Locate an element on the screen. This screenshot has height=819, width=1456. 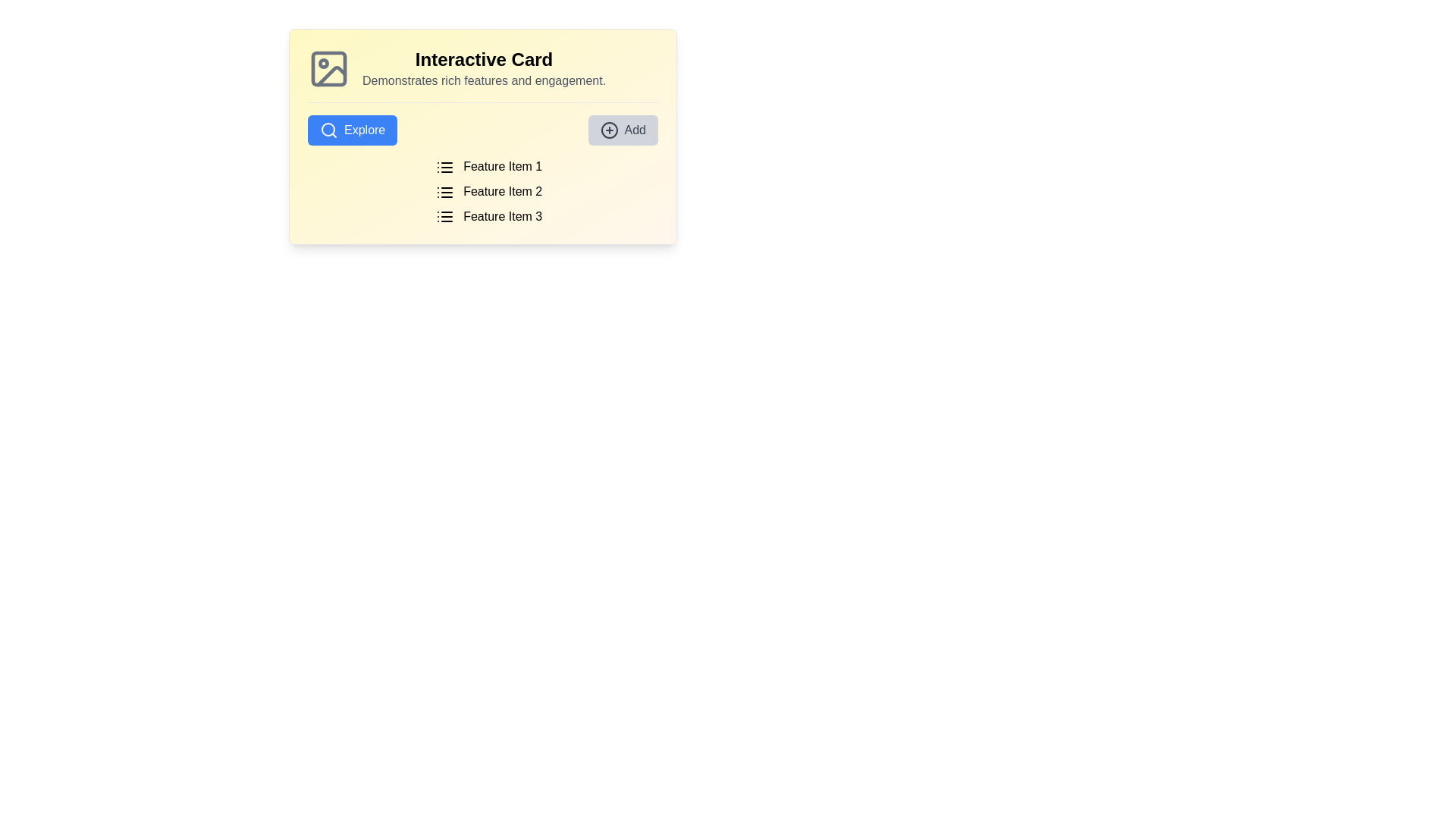
the graphical icon representing a list next to the label 'Feature Item 2' within the 'Interactive Card' section is located at coordinates (444, 191).